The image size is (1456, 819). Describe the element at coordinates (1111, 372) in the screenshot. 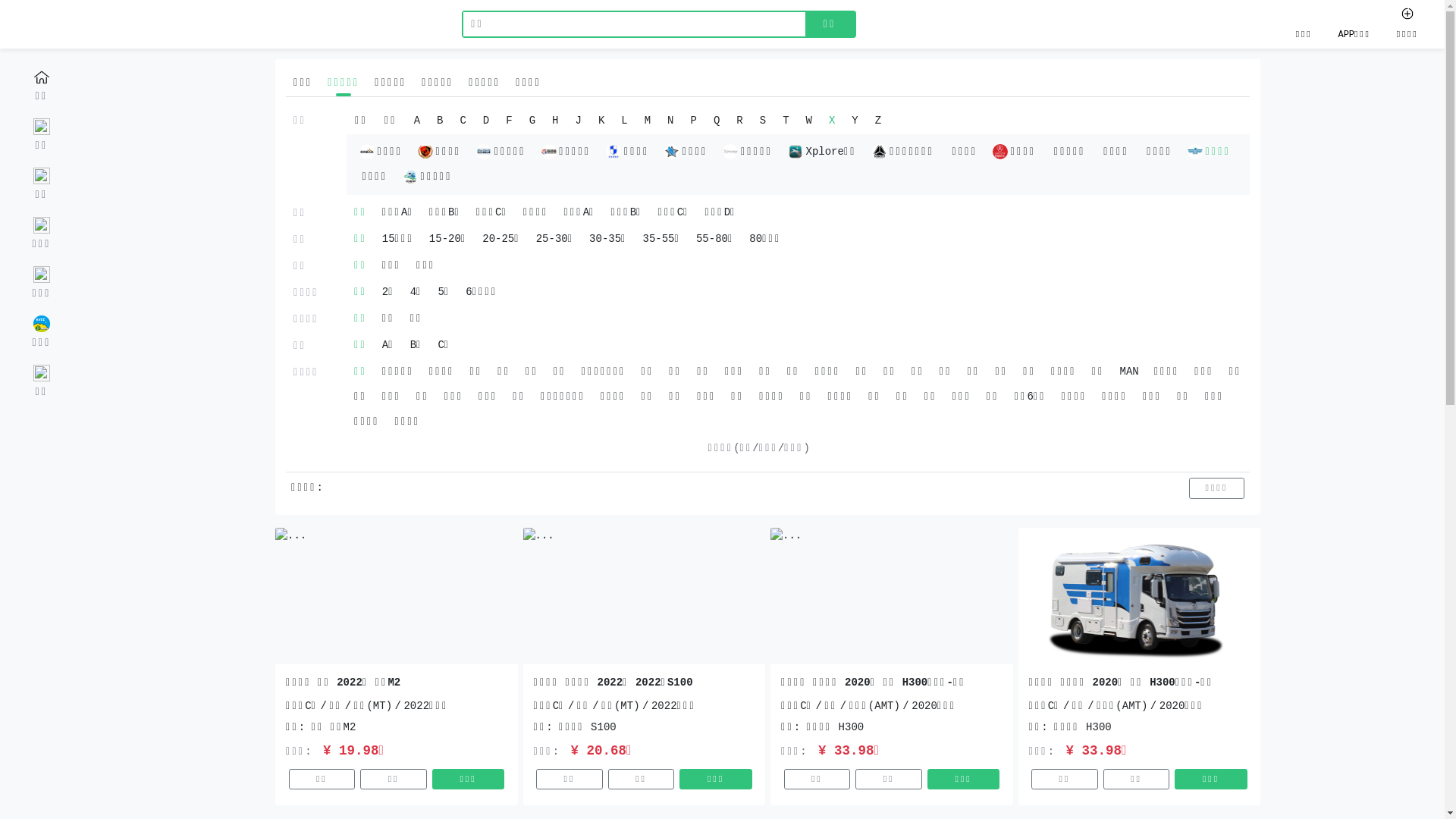

I see `'MAN'` at that location.